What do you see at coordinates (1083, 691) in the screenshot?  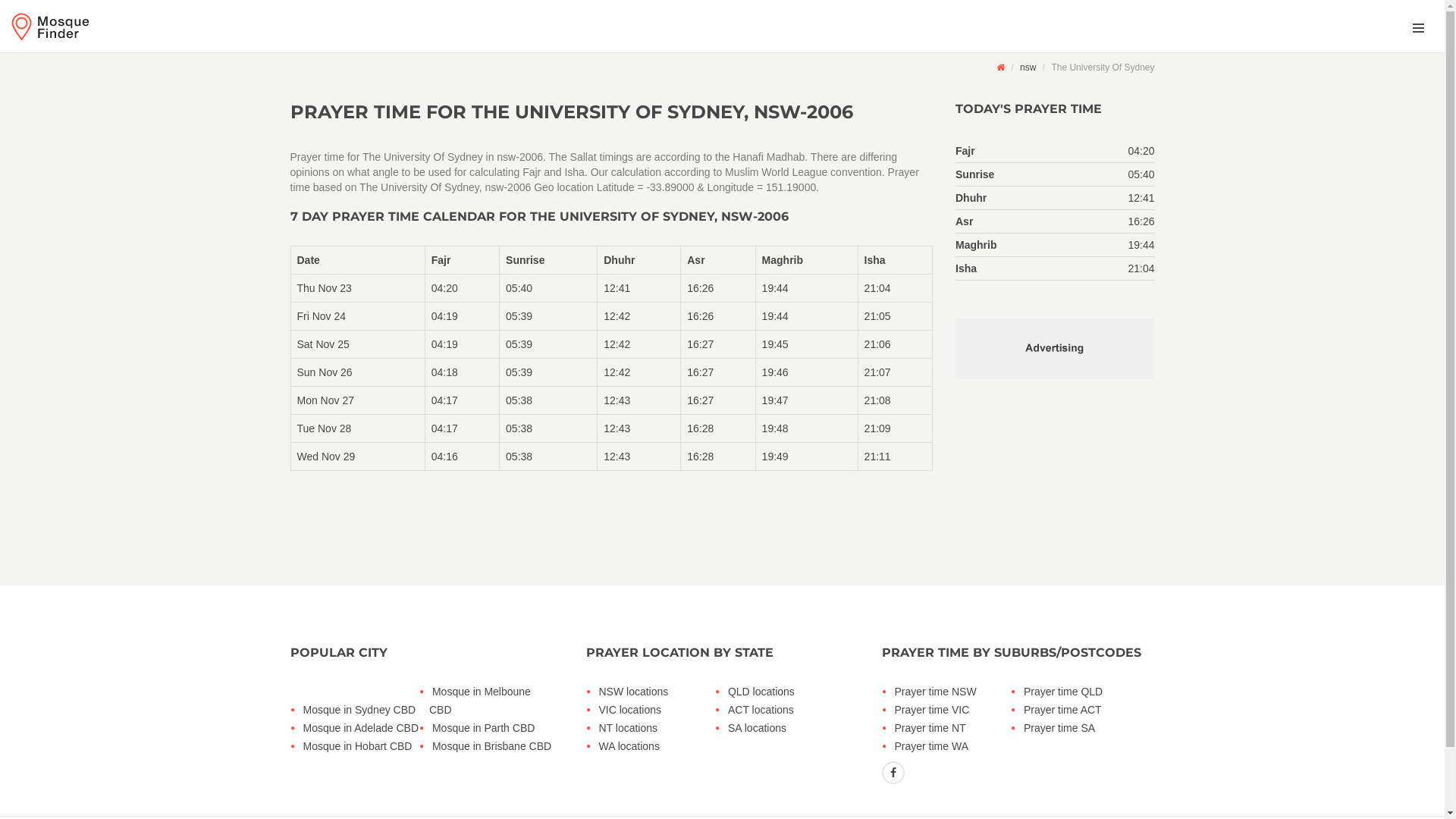 I see `'Prayer time QLD'` at bounding box center [1083, 691].